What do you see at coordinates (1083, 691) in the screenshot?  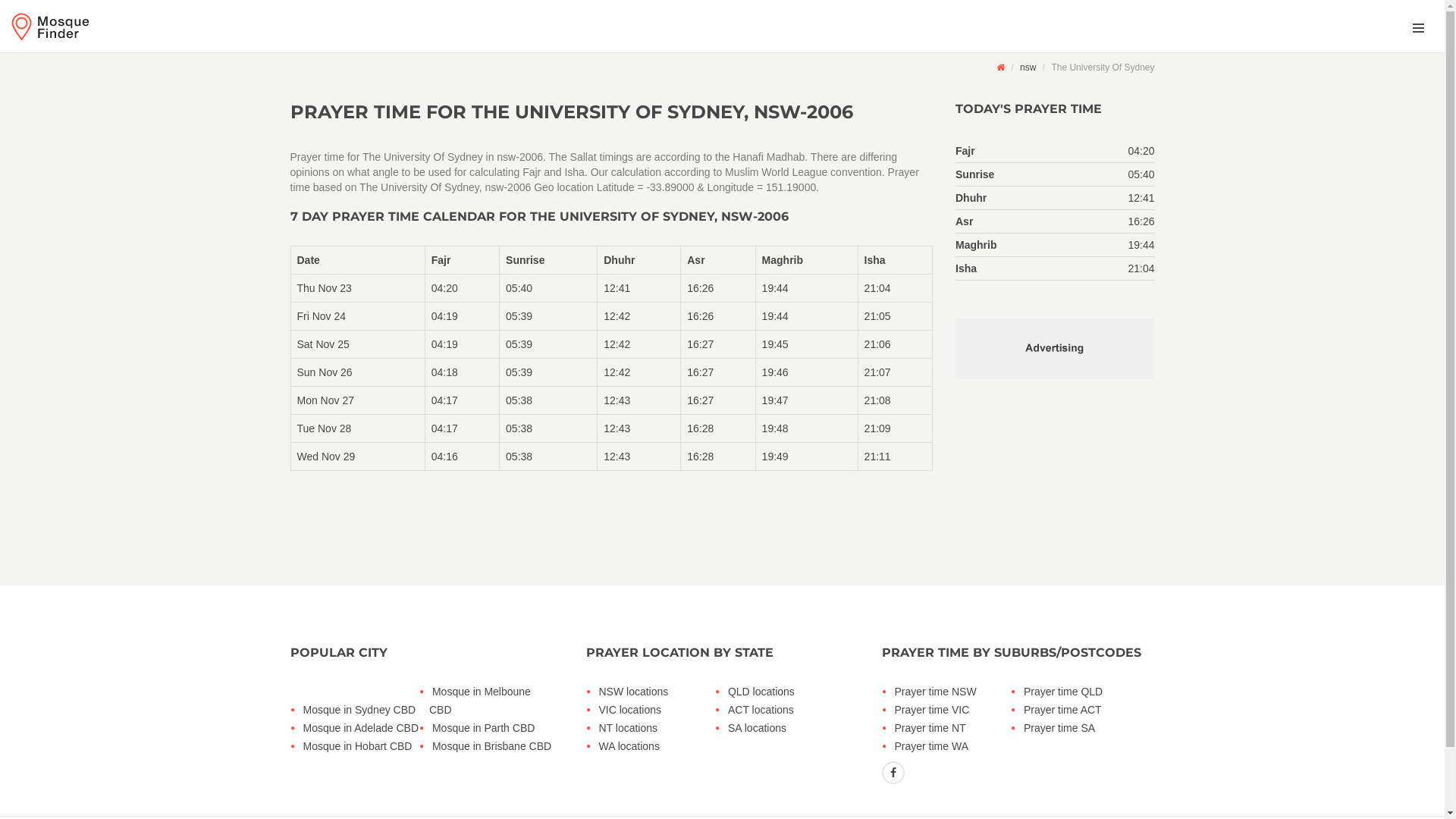 I see `'Prayer time QLD'` at bounding box center [1083, 691].